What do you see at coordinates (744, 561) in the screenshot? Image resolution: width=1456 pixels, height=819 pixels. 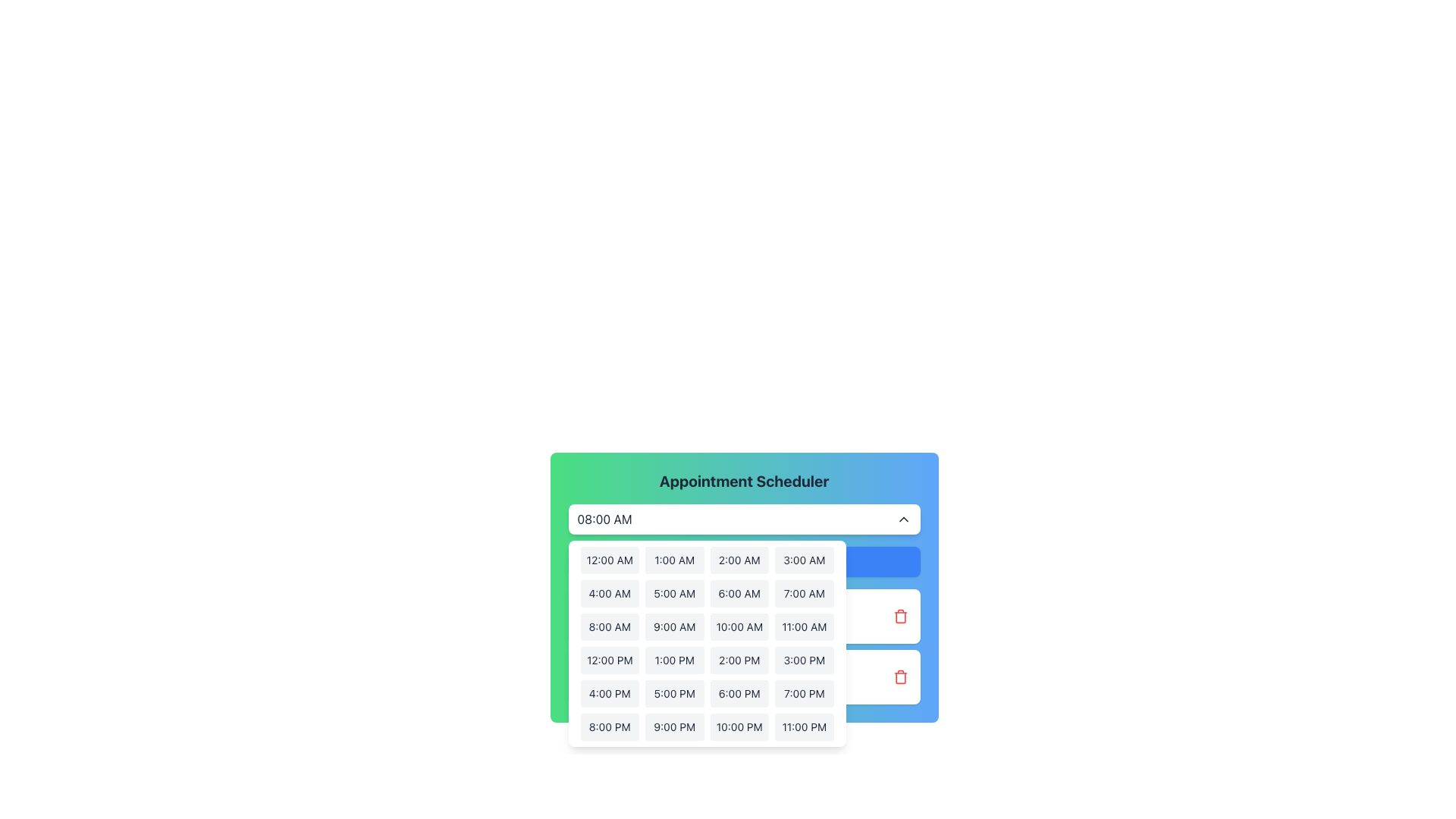 I see `keyboard navigation` at bounding box center [744, 561].